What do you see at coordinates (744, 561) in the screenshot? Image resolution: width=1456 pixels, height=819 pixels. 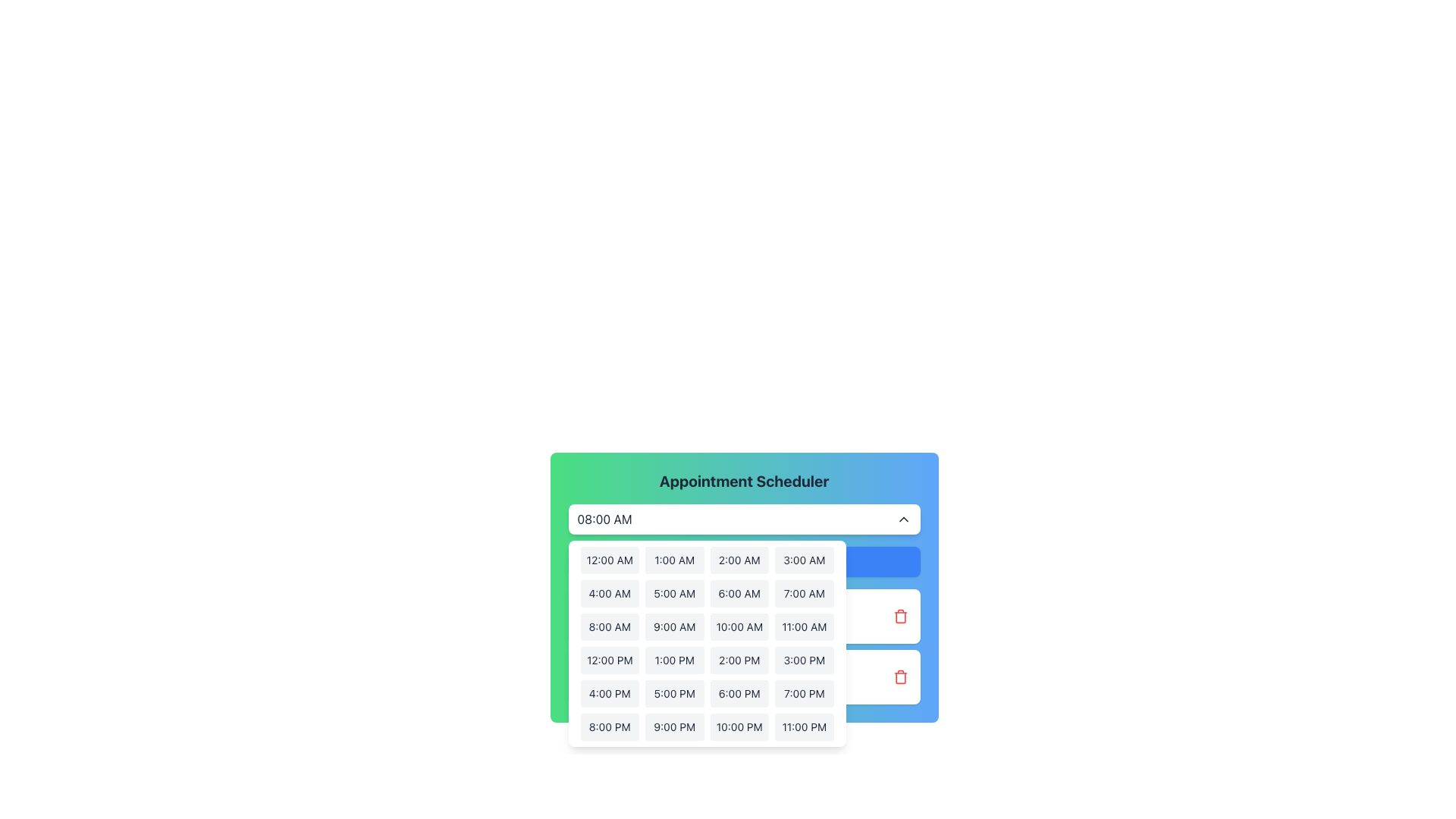 I see `keyboard navigation` at bounding box center [744, 561].